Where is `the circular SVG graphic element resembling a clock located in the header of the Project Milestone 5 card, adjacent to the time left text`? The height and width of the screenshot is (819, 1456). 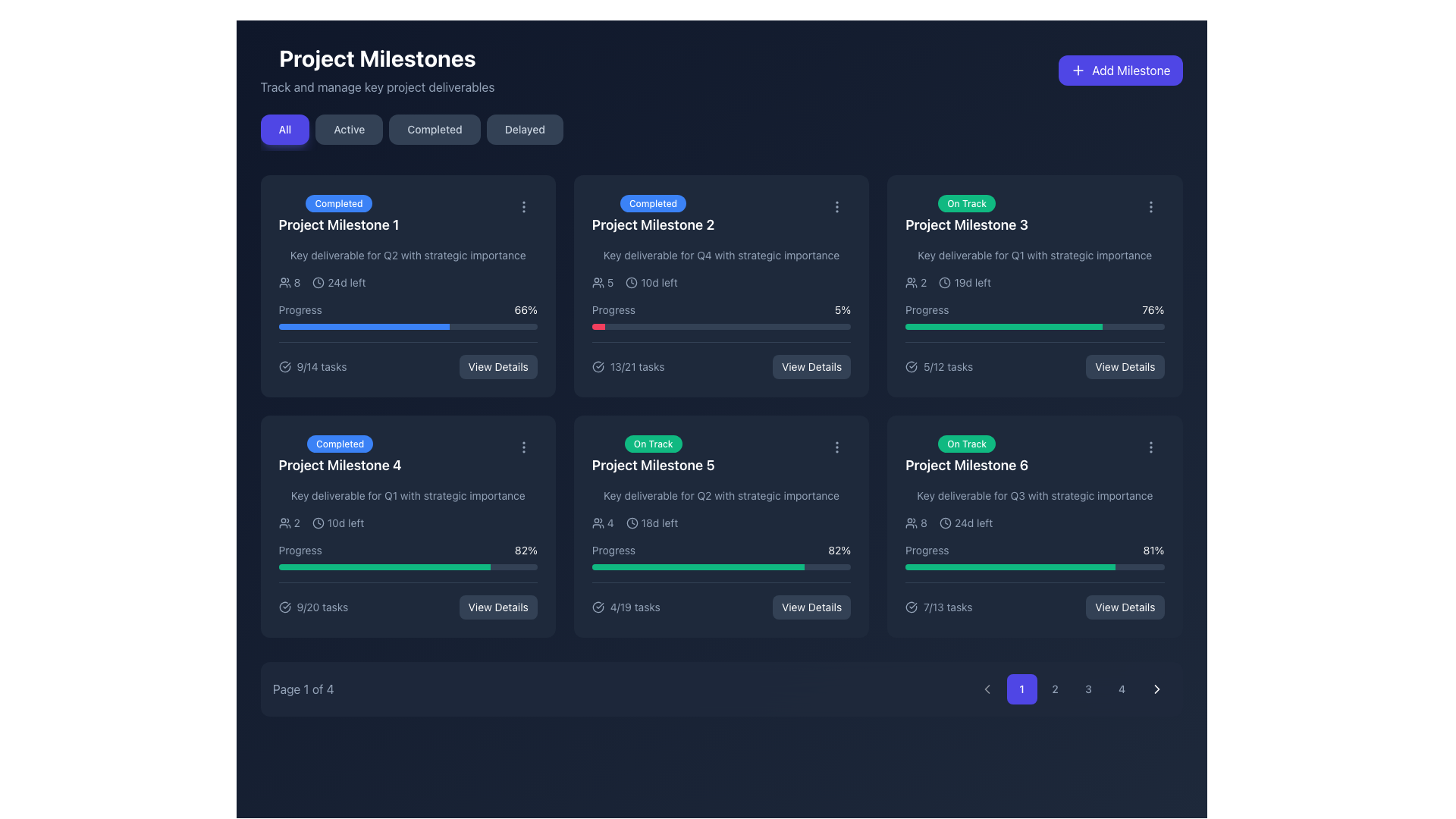 the circular SVG graphic element resembling a clock located in the header of the Project Milestone 5 card, adjacent to the time left text is located at coordinates (632, 522).